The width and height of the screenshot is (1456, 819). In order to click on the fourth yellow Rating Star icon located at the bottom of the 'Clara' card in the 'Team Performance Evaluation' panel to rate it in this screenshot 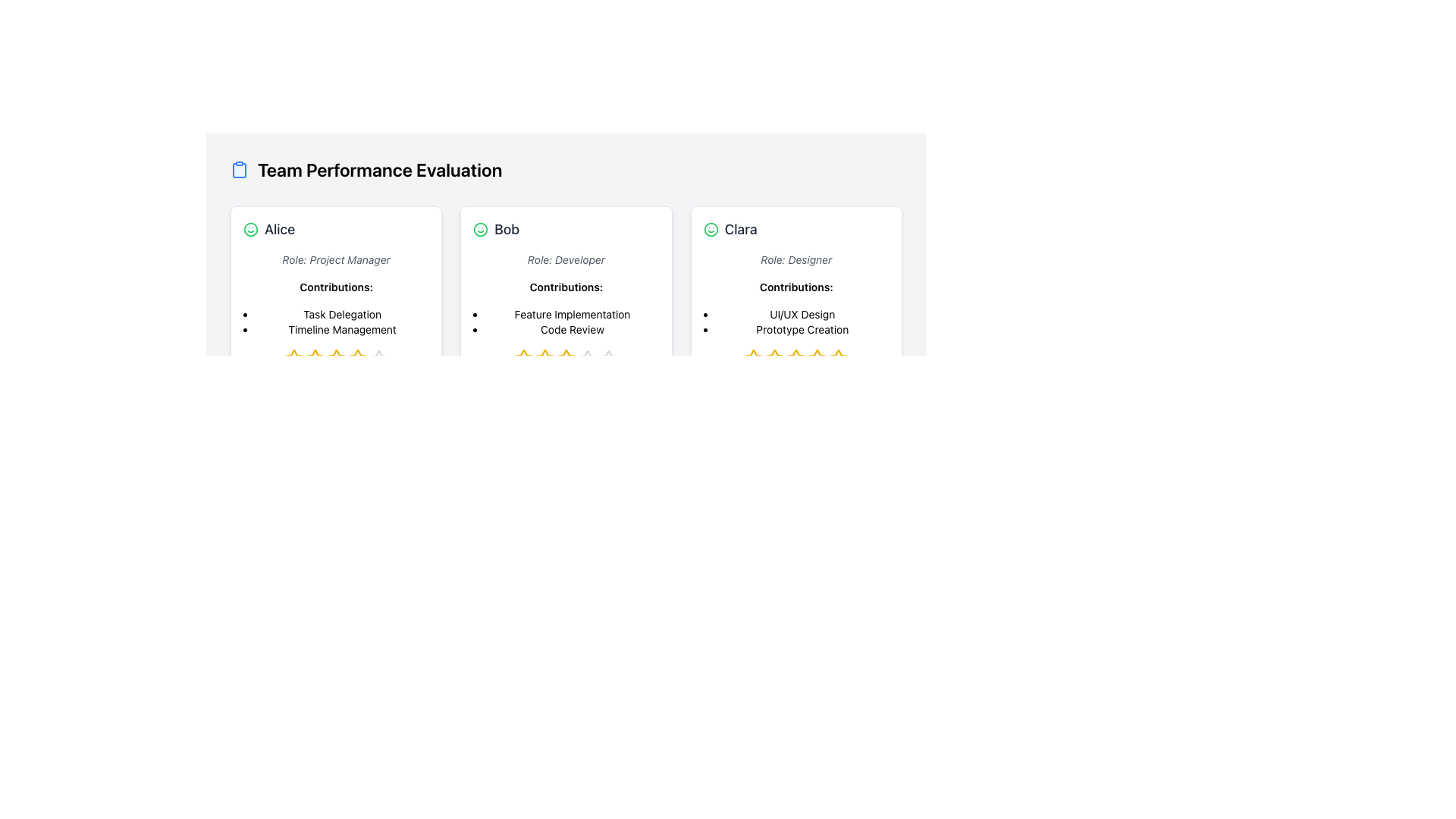, I will do `click(817, 358)`.